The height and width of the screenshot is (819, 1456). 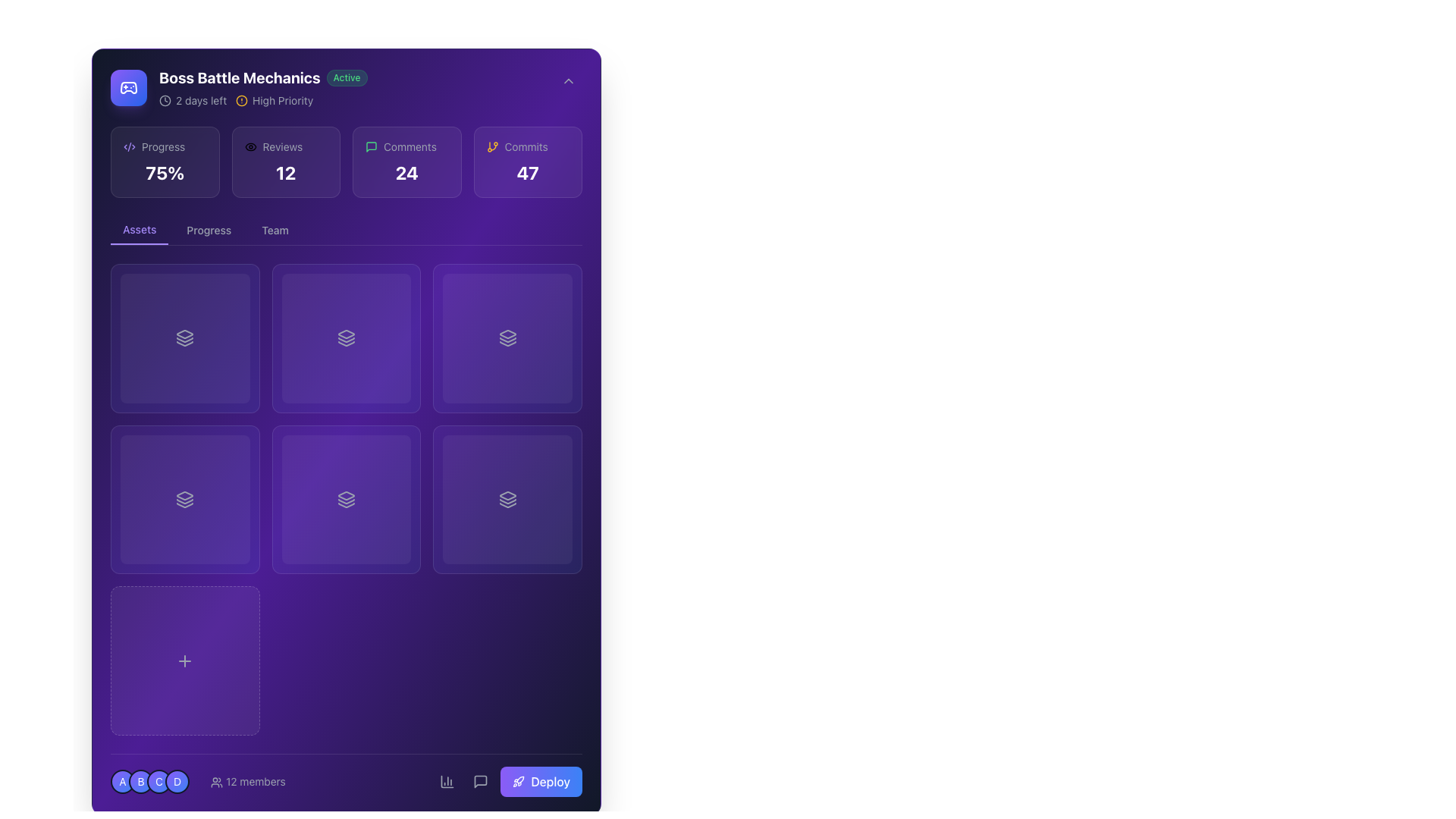 What do you see at coordinates (159, 781) in the screenshot?
I see `the circular badge labeled 'C' which is the third in a horizontal sequence of four badges at the bottom-left corner of the interface for information` at bounding box center [159, 781].